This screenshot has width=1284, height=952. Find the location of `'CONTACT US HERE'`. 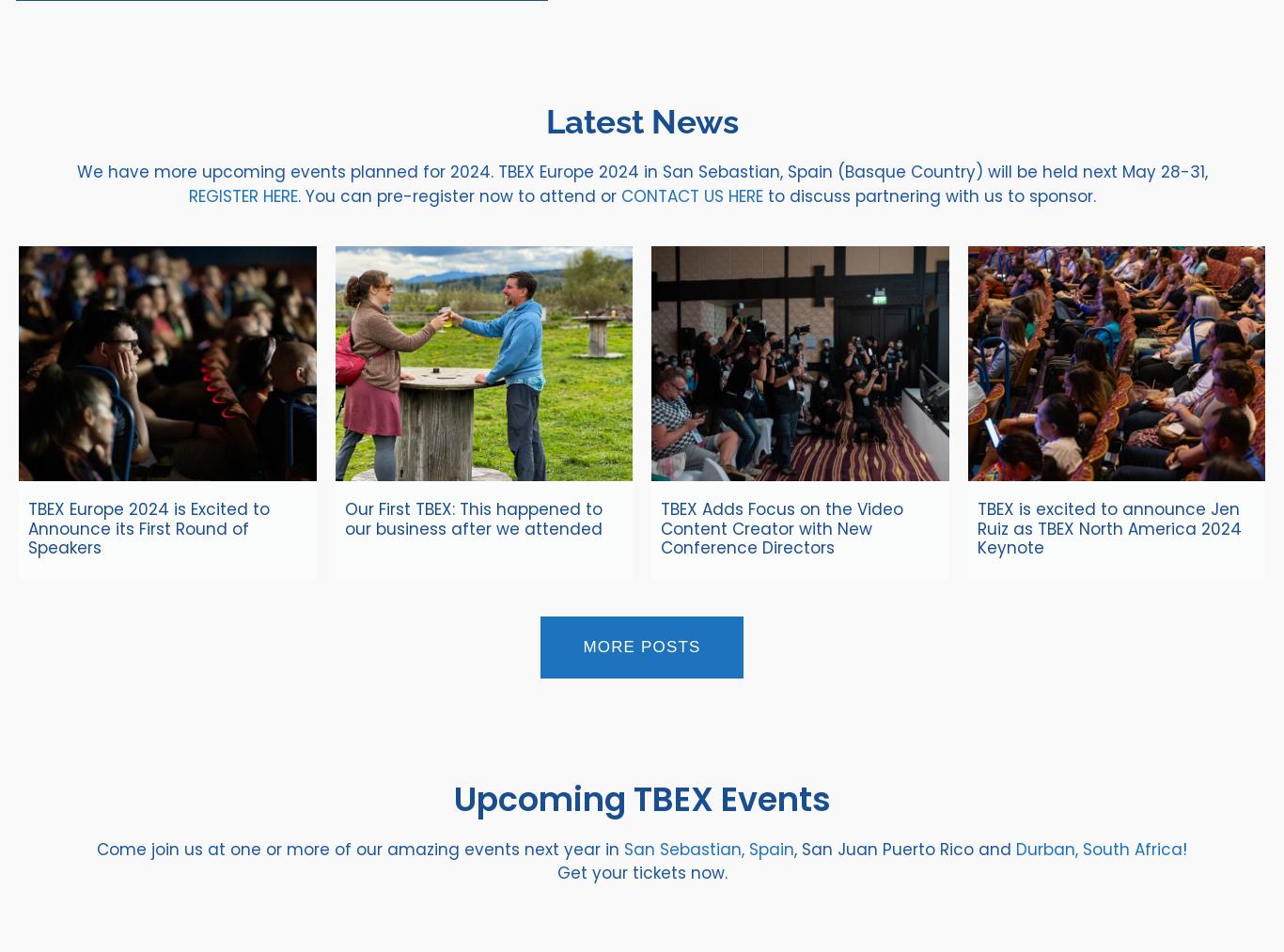

'CONTACT US HERE' is located at coordinates (691, 194).